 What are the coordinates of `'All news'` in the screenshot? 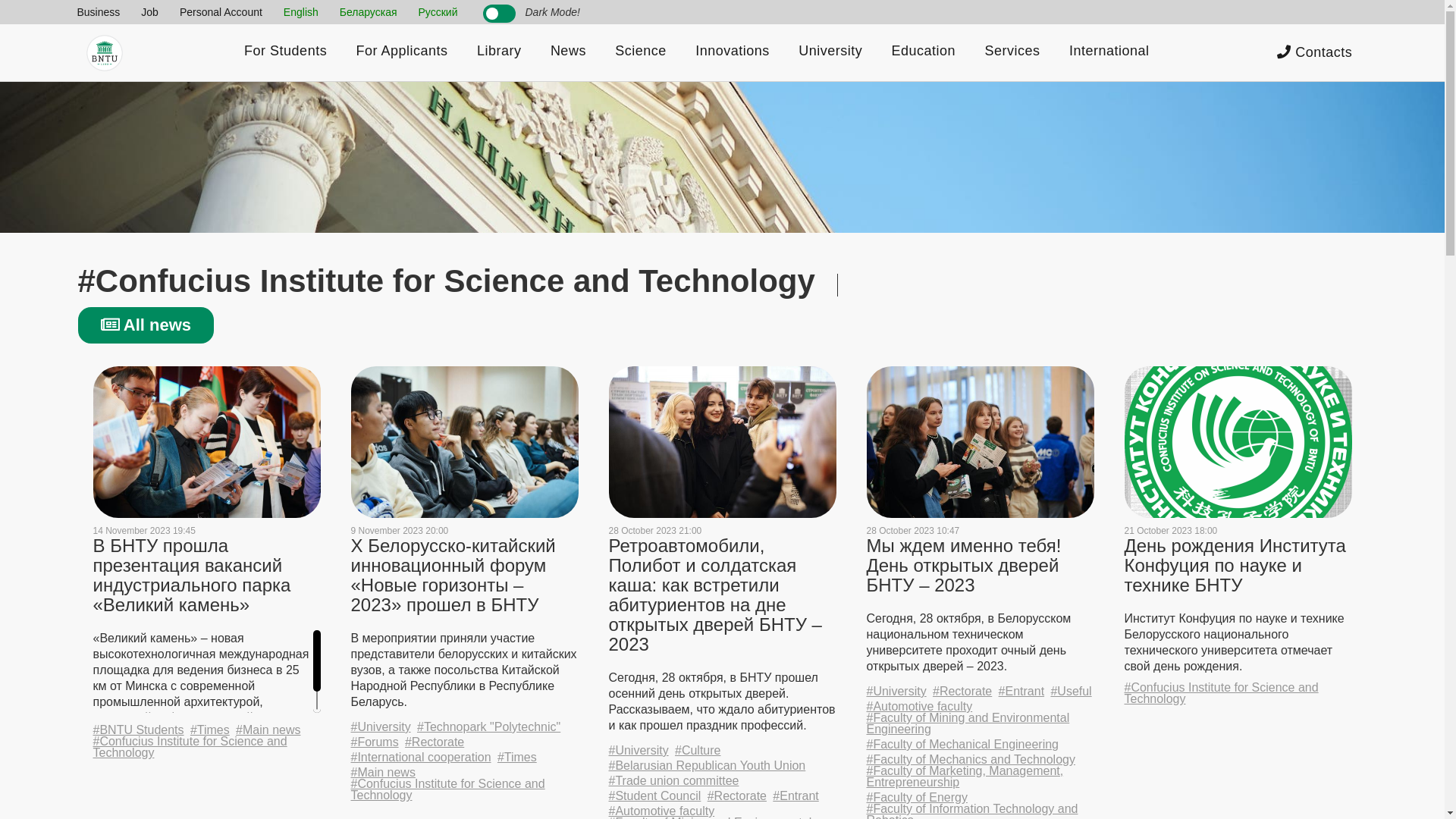 It's located at (146, 324).